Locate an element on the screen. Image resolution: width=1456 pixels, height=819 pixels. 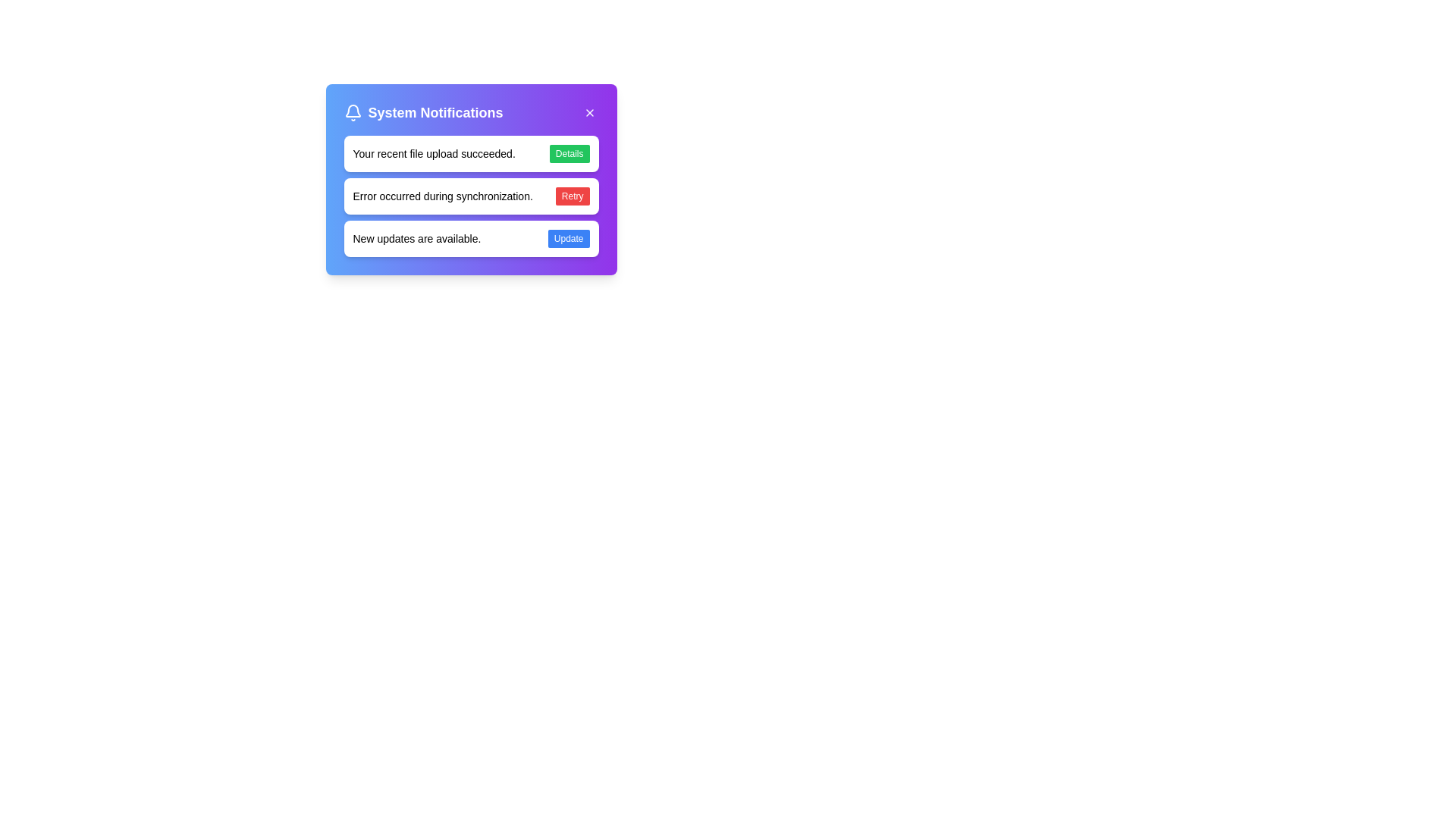
the 'Details' button with a green background located in the 'Your recent file upload succeeded.' notification is located at coordinates (569, 154).